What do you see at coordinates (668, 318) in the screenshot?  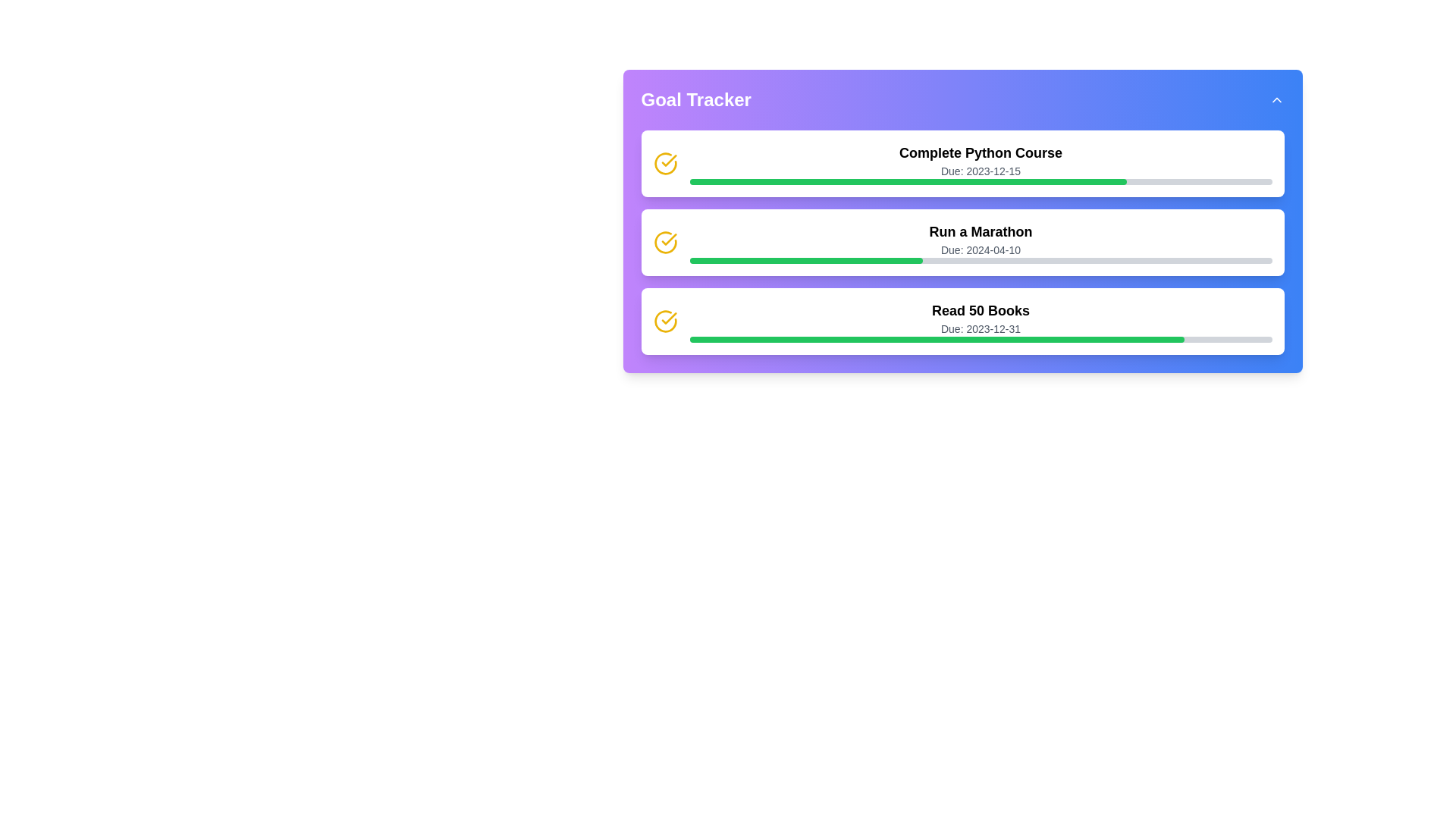 I see `SVG graphical checkmark element located within the first item of the goal tracker list, which indicates the completion status of the 'Complete Python Course' goal` at bounding box center [668, 318].